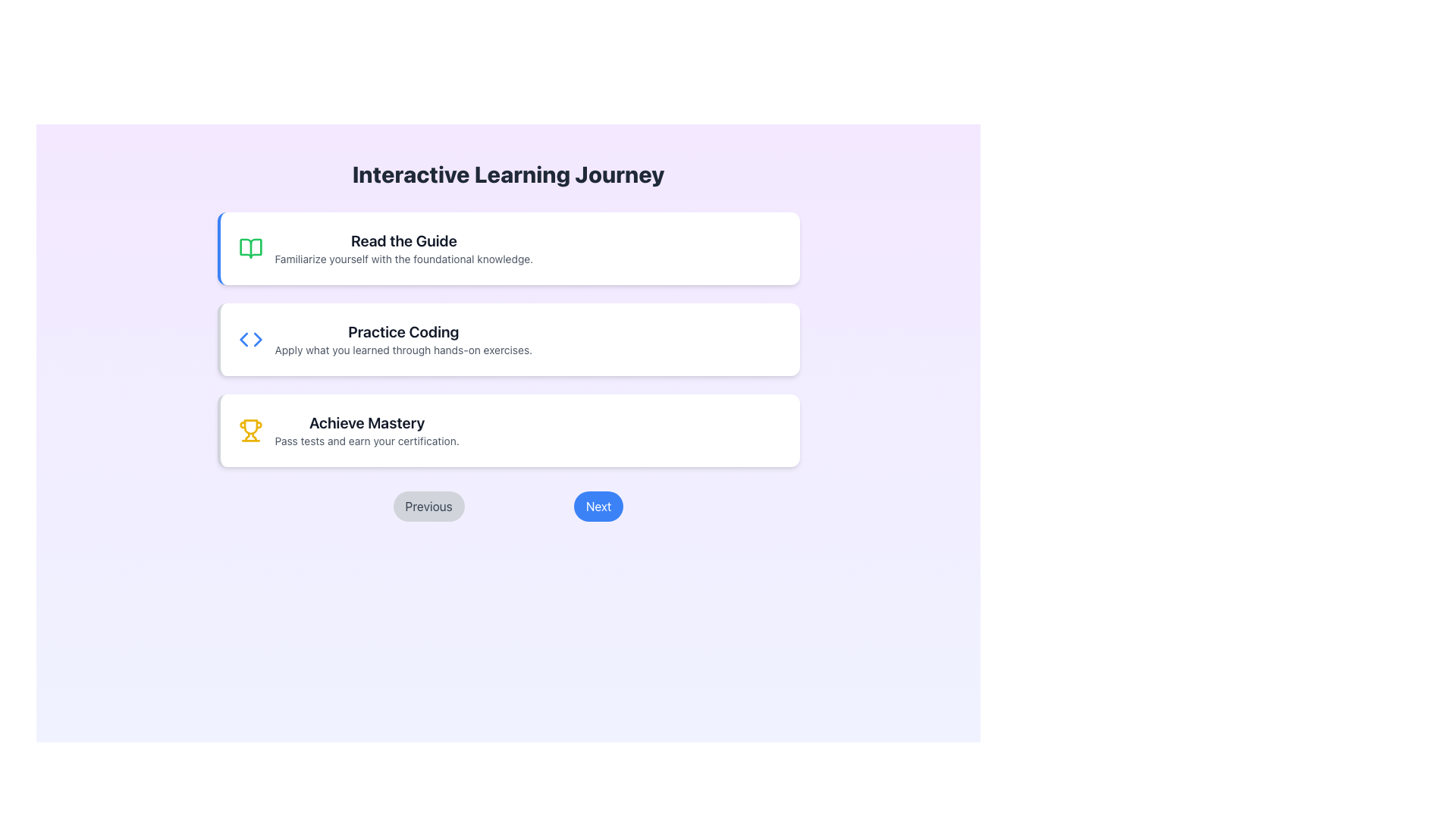  Describe the element at coordinates (367, 423) in the screenshot. I see `the text label that serves as a title or headline for the section, which is centrally located in the third section of a vertical list of steps, between the trophy icon above and the descriptive text below` at that location.